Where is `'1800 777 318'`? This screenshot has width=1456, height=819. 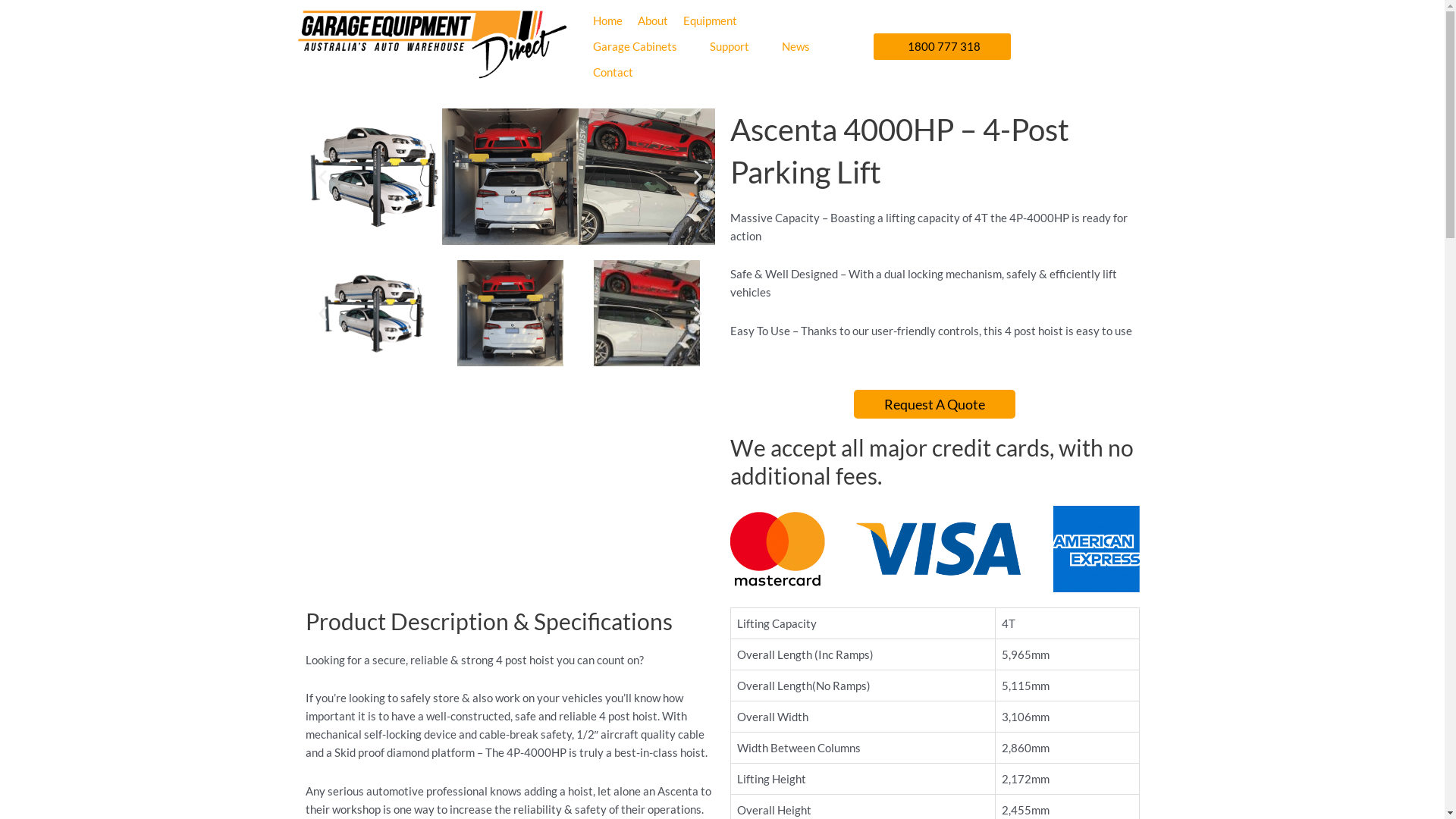
'1800 777 318' is located at coordinates (941, 45).